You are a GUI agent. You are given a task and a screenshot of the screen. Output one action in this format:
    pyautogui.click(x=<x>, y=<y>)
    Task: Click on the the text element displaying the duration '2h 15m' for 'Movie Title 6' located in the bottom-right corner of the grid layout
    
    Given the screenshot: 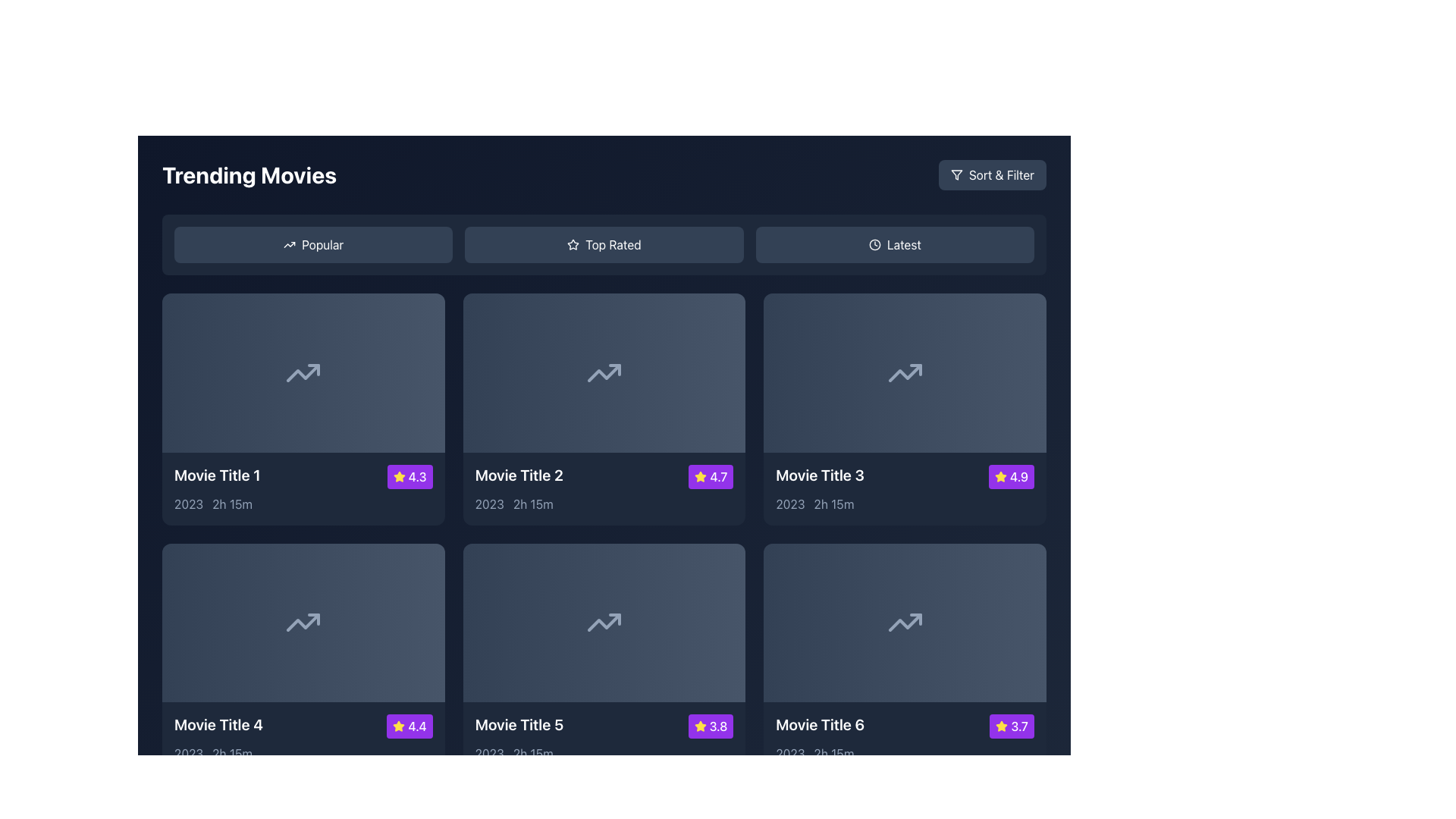 What is the action you would take?
    pyautogui.click(x=833, y=754)
    